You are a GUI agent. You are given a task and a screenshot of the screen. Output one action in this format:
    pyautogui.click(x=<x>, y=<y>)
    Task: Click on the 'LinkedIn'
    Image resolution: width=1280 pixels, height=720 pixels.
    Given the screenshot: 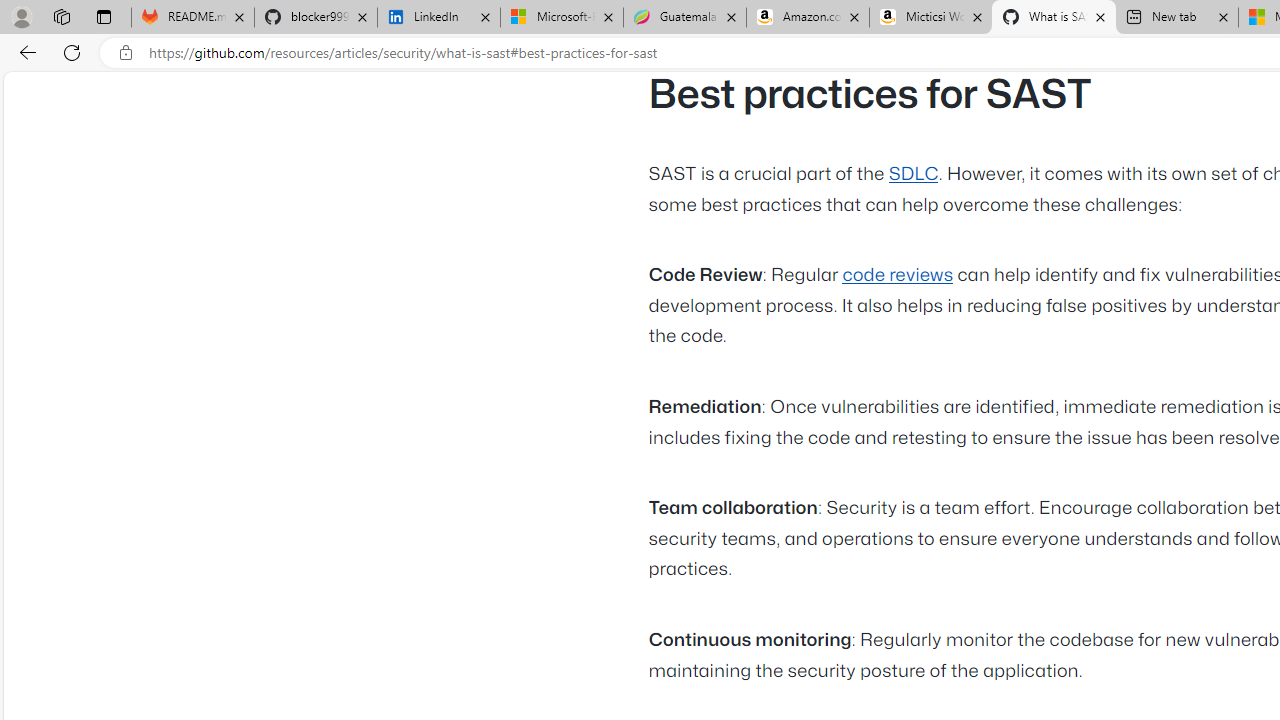 What is the action you would take?
    pyautogui.click(x=438, y=17)
    